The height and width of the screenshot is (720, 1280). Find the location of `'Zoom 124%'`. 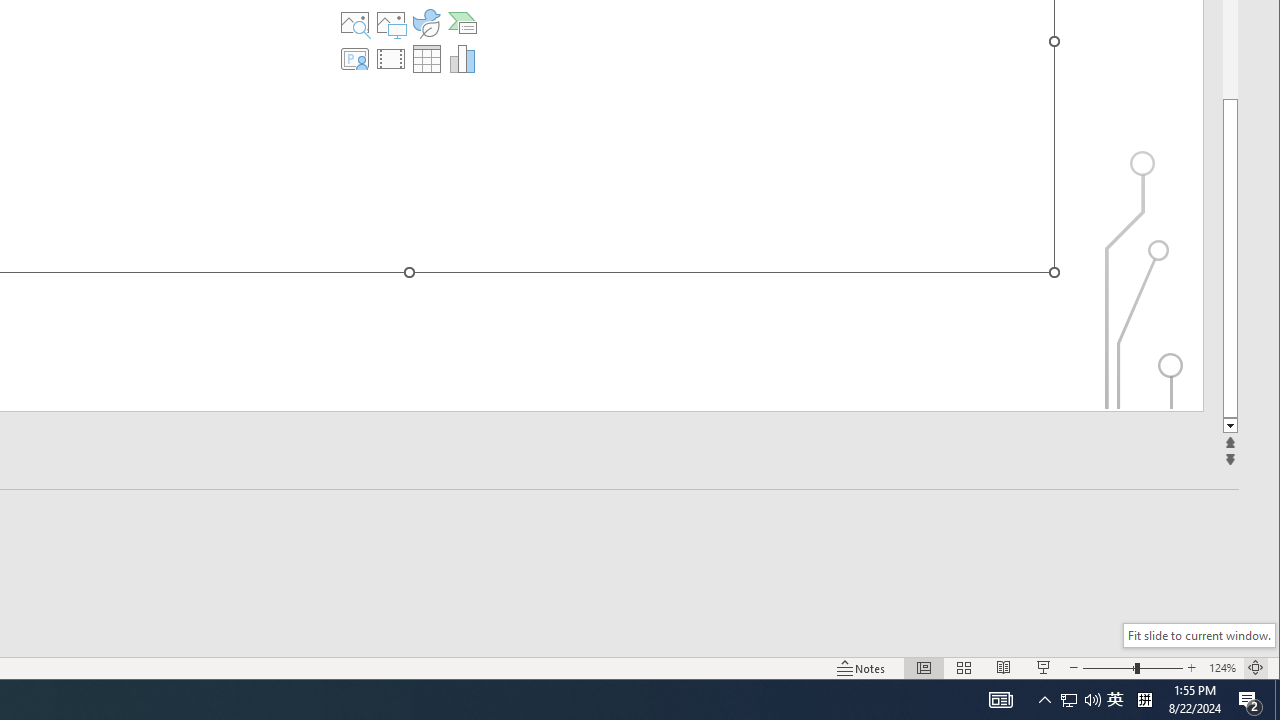

'Zoom 124%' is located at coordinates (1221, 668).